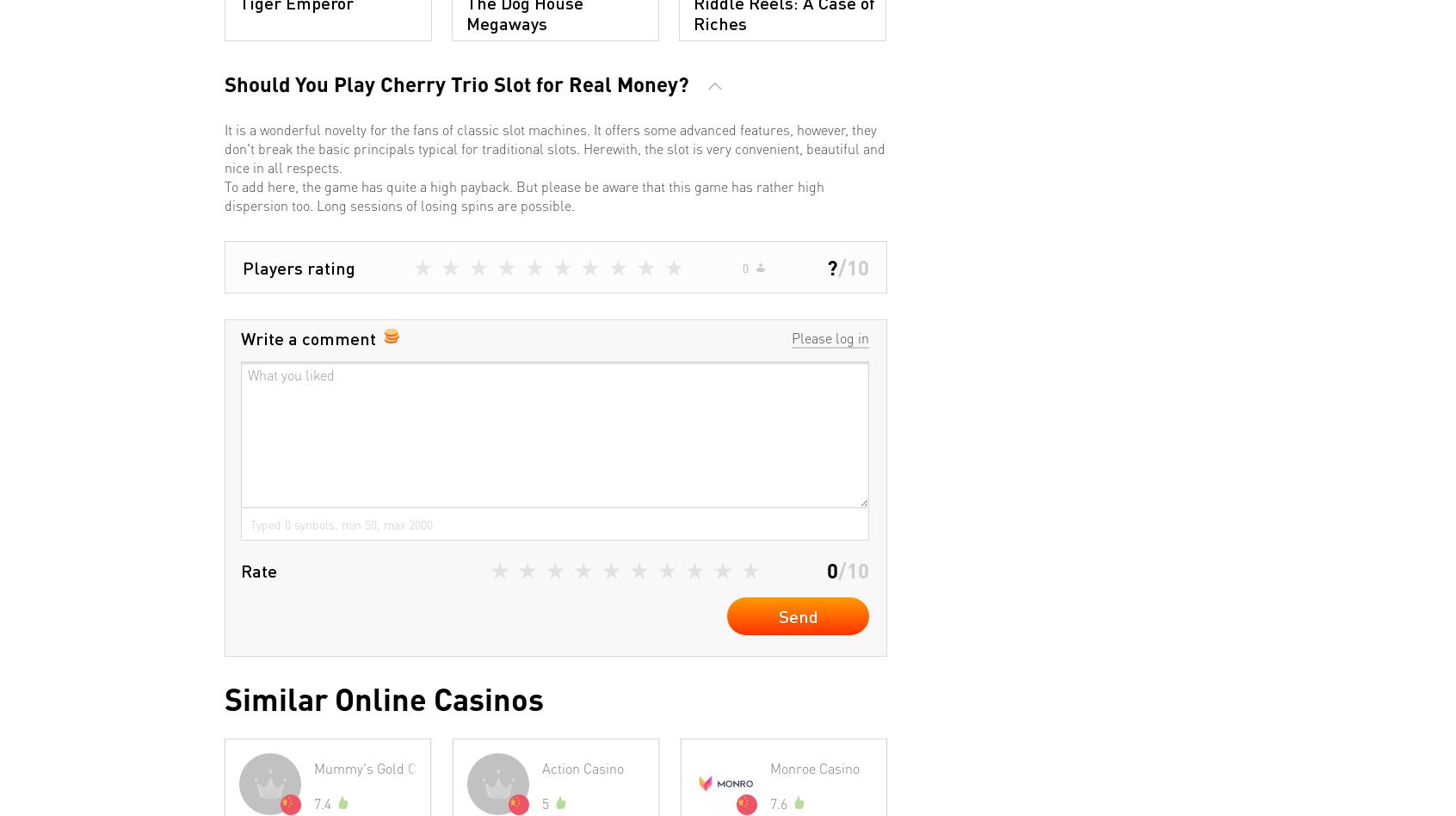 The height and width of the screenshot is (816, 1456). I want to click on 'To add here, the game has quite a high payback. But please be aware that this game has rather high dispersion too. Long sessions of losing spins are possible.', so click(523, 194).